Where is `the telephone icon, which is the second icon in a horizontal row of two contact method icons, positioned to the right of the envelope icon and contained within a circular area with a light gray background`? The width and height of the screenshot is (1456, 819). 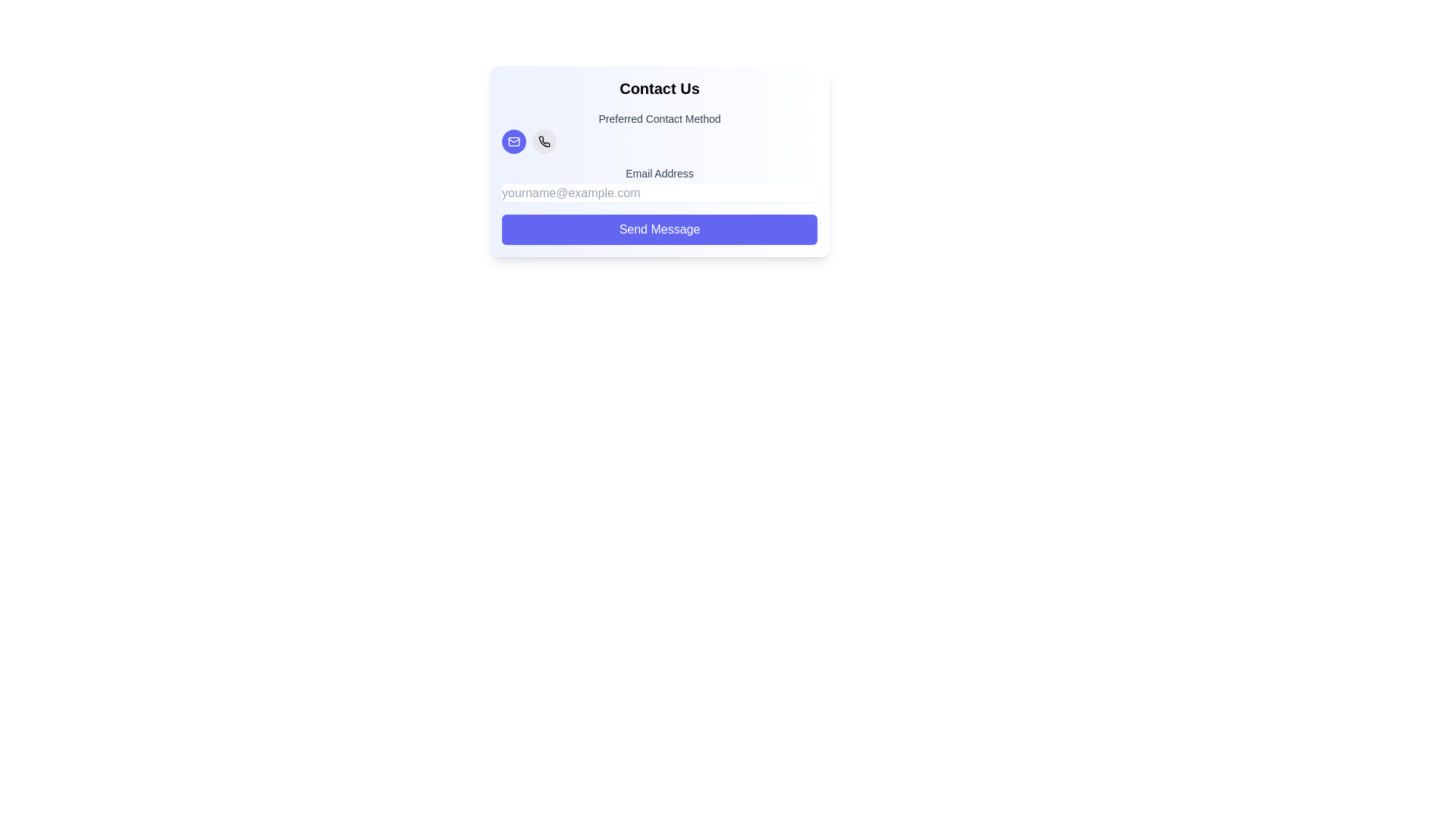
the telephone icon, which is the second icon in a horizontal row of two contact method icons, positioned to the right of the envelope icon and contained within a circular area with a light gray background is located at coordinates (544, 141).